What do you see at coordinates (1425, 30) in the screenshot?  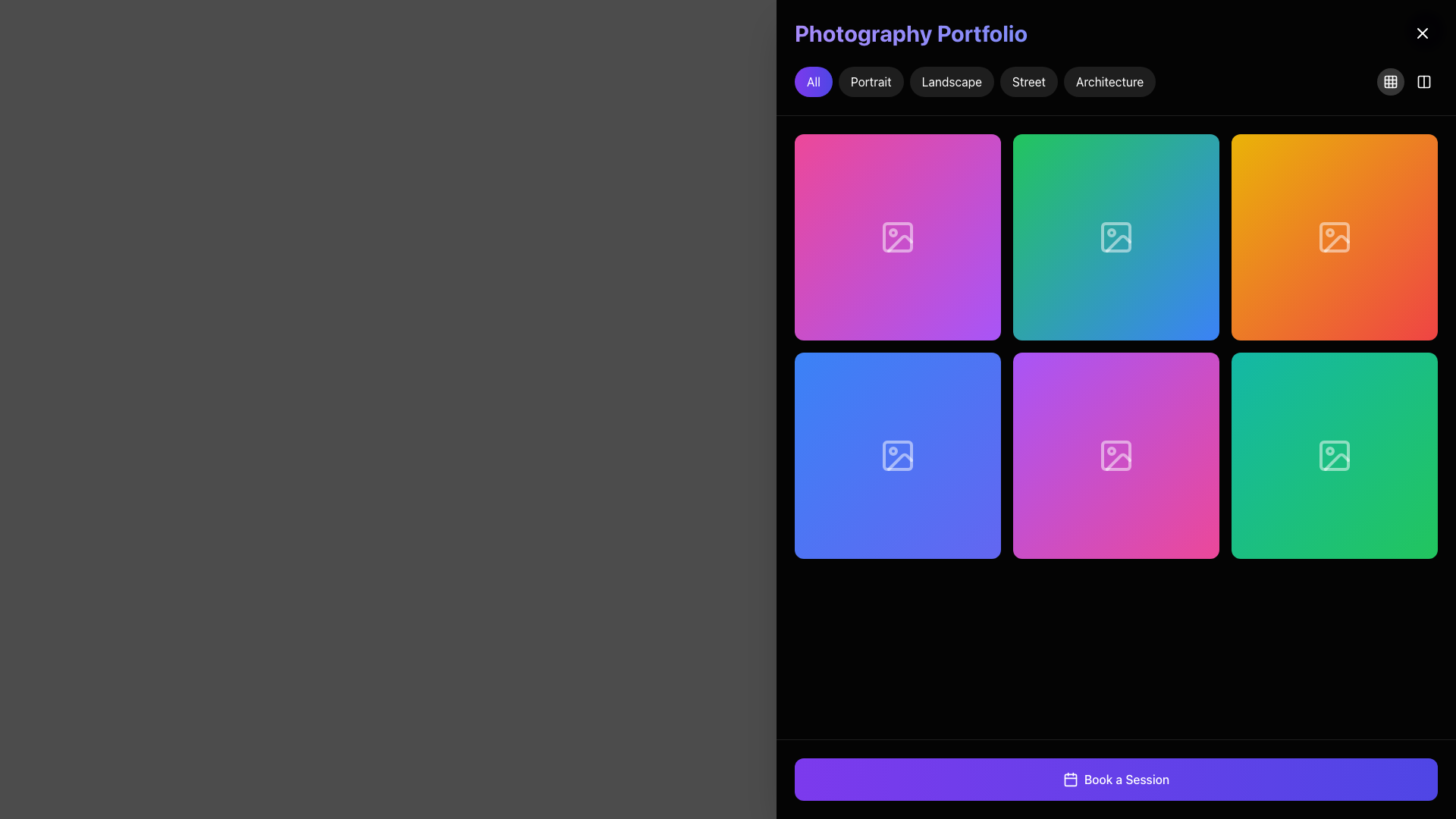 I see `the close button located at the top-right corner of the interface` at bounding box center [1425, 30].